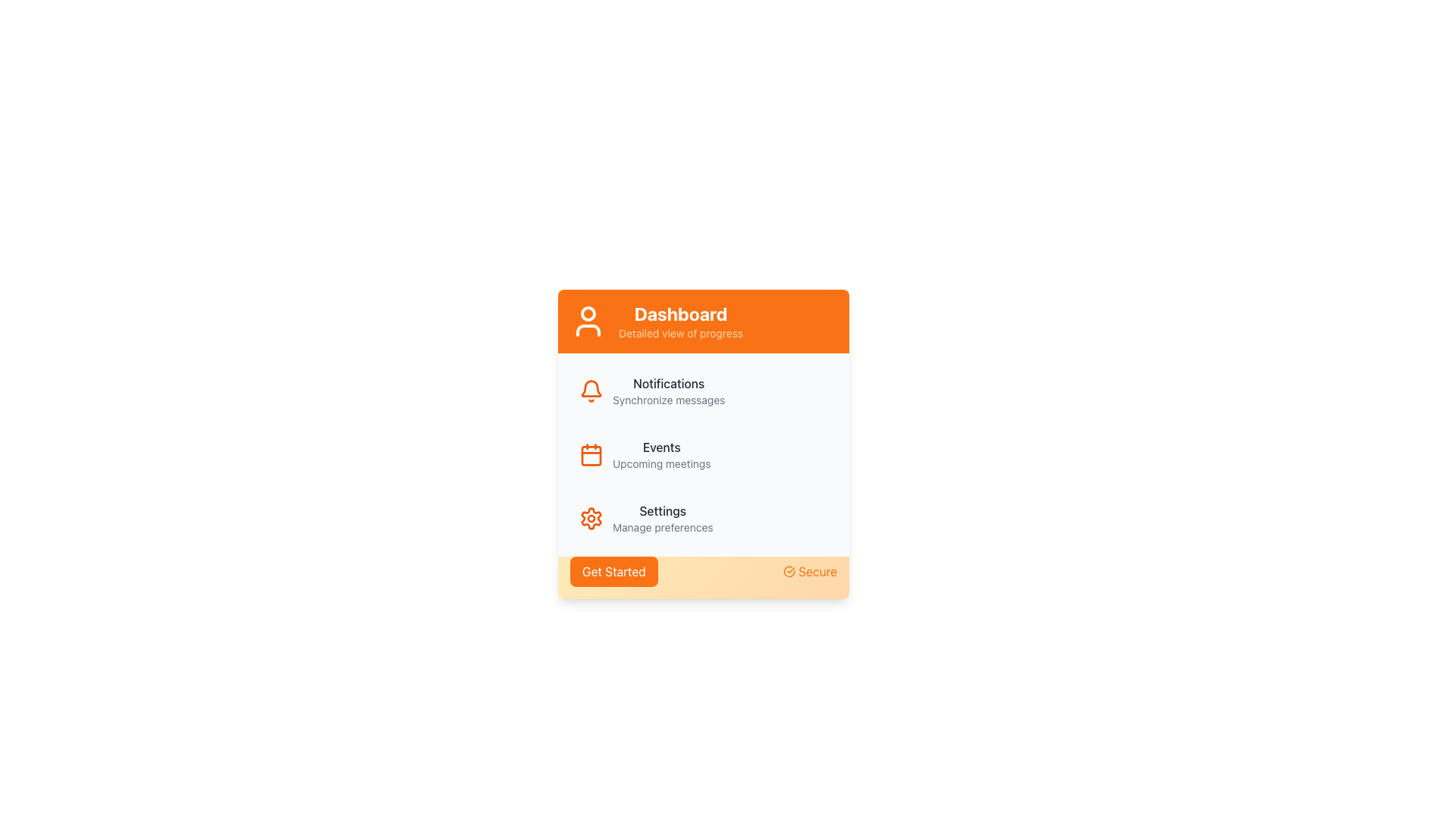  Describe the element at coordinates (702, 321) in the screenshot. I see `title and subtitle from the header area located at the top of the panel, which is centrally aligned and situated below the orange bar containing a user icon` at that location.